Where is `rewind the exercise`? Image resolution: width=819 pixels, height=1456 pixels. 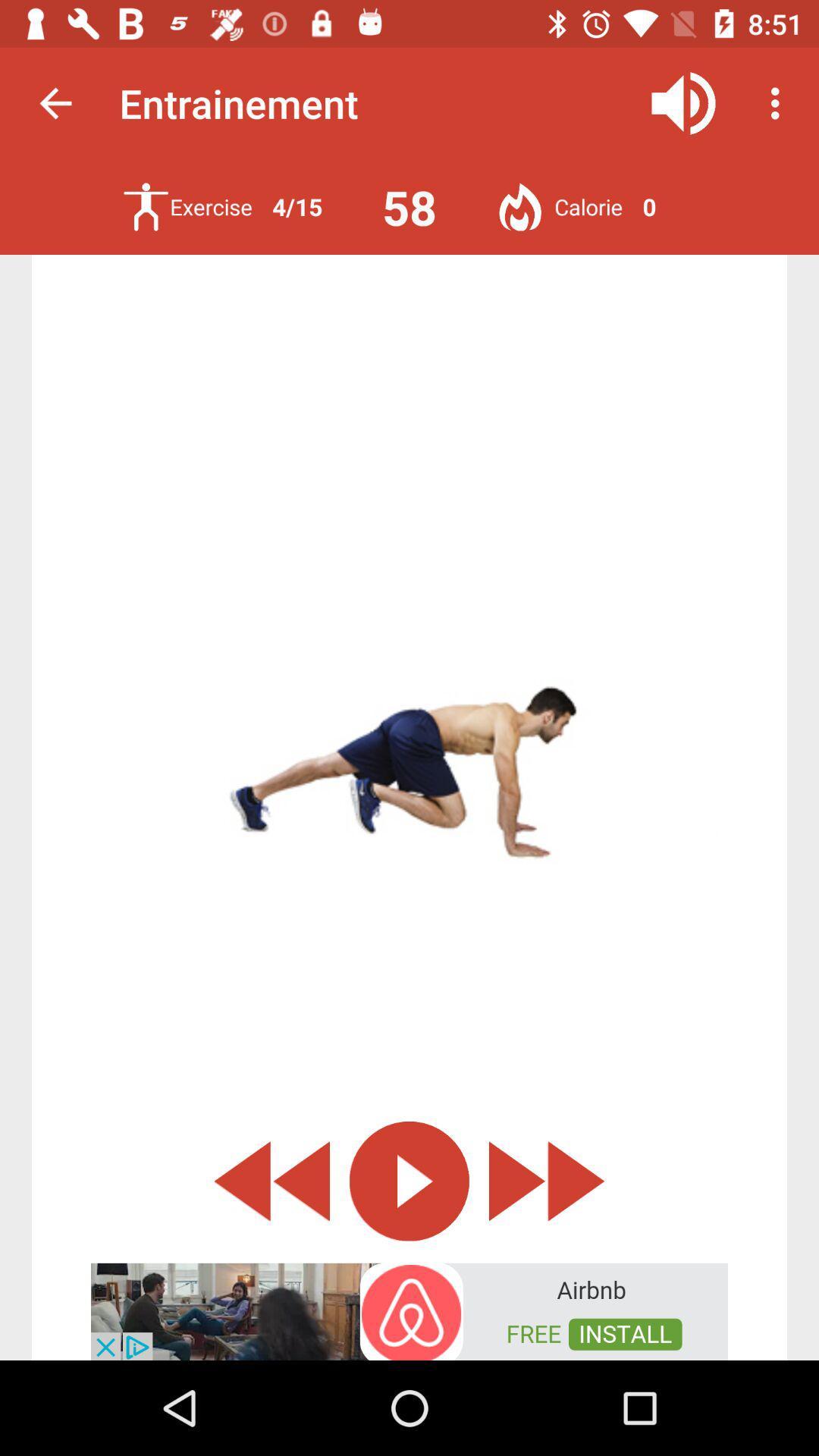
rewind the exercise is located at coordinates (271, 1180).